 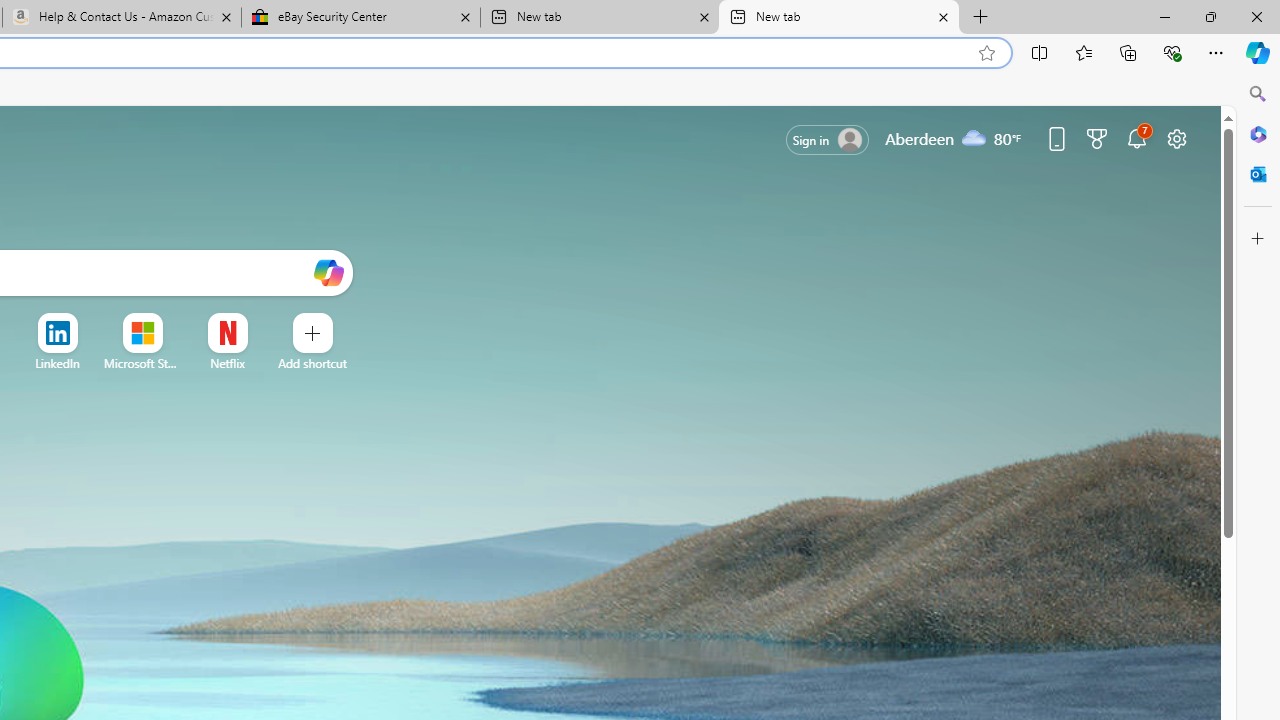 I want to click on 'Add a site', so click(x=311, y=363).